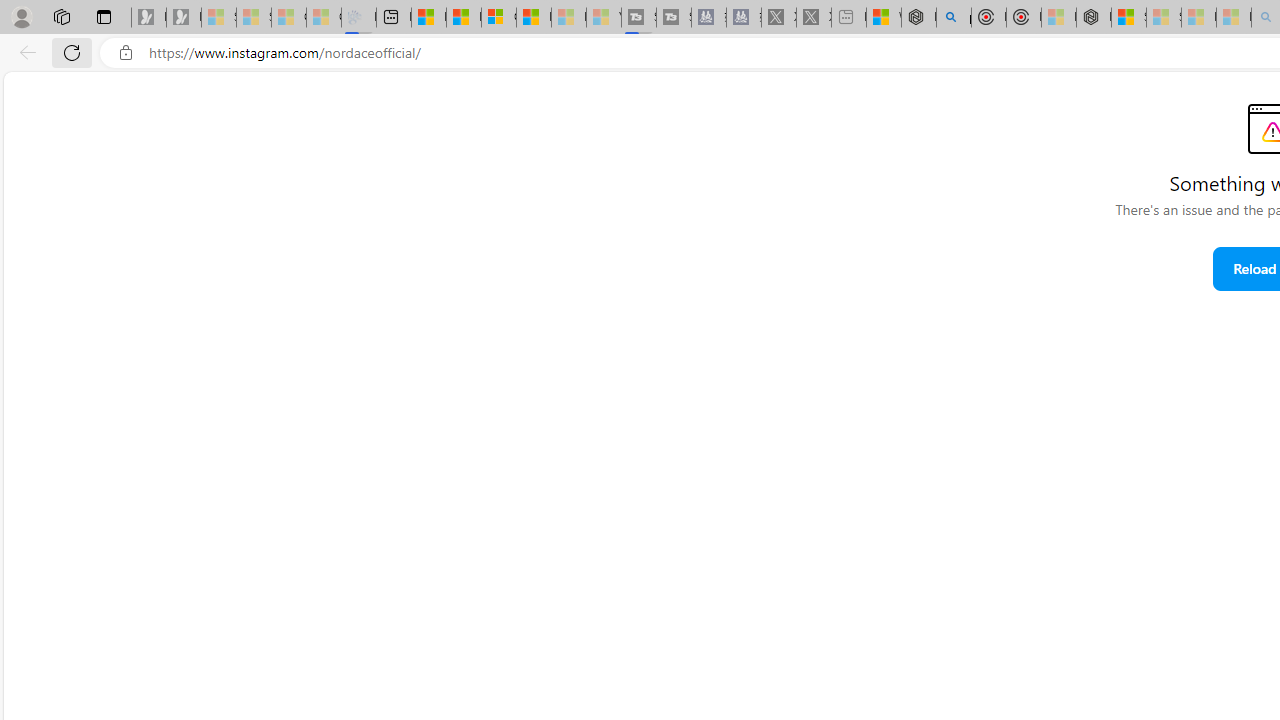 The width and height of the screenshot is (1280, 720). Describe the element at coordinates (567, 17) in the screenshot. I see `'Microsoft Start - Sleeping'` at that location.